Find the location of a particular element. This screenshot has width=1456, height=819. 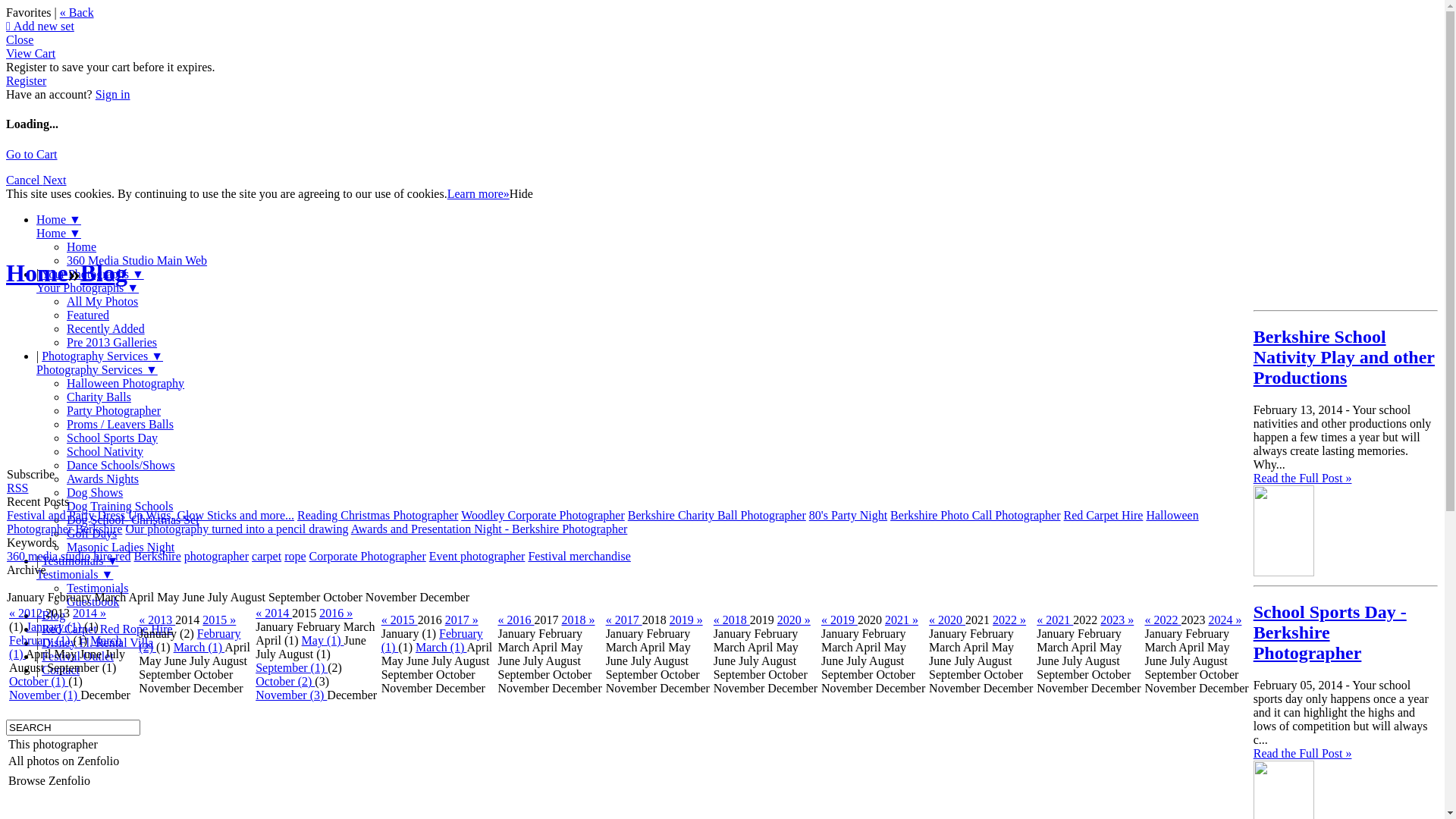

'This photographer' is located at coordinates (62, 744).